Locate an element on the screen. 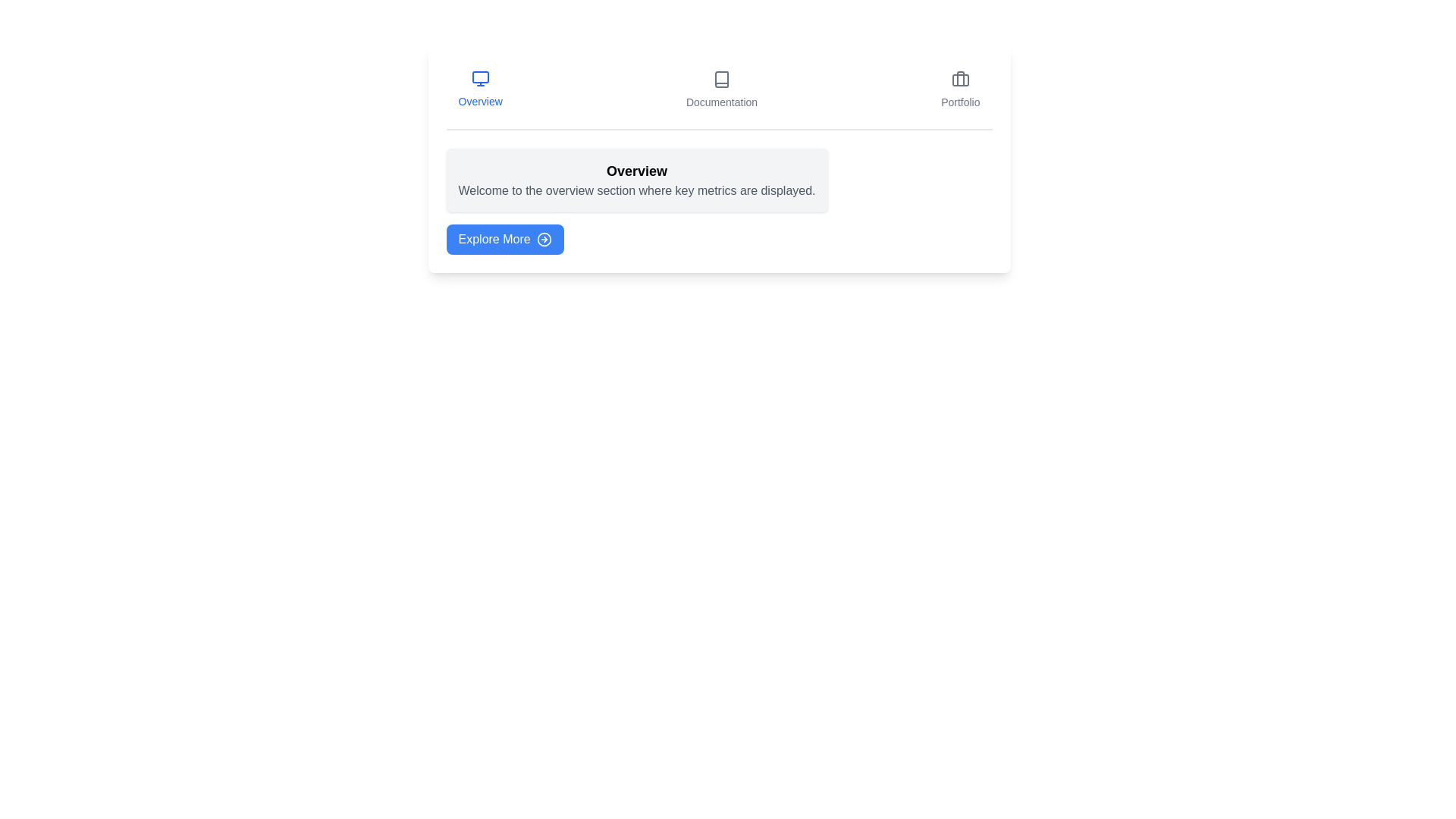 The image size is (1456, 819). the Overview tab to view its content is located at coordinates (479, 90).